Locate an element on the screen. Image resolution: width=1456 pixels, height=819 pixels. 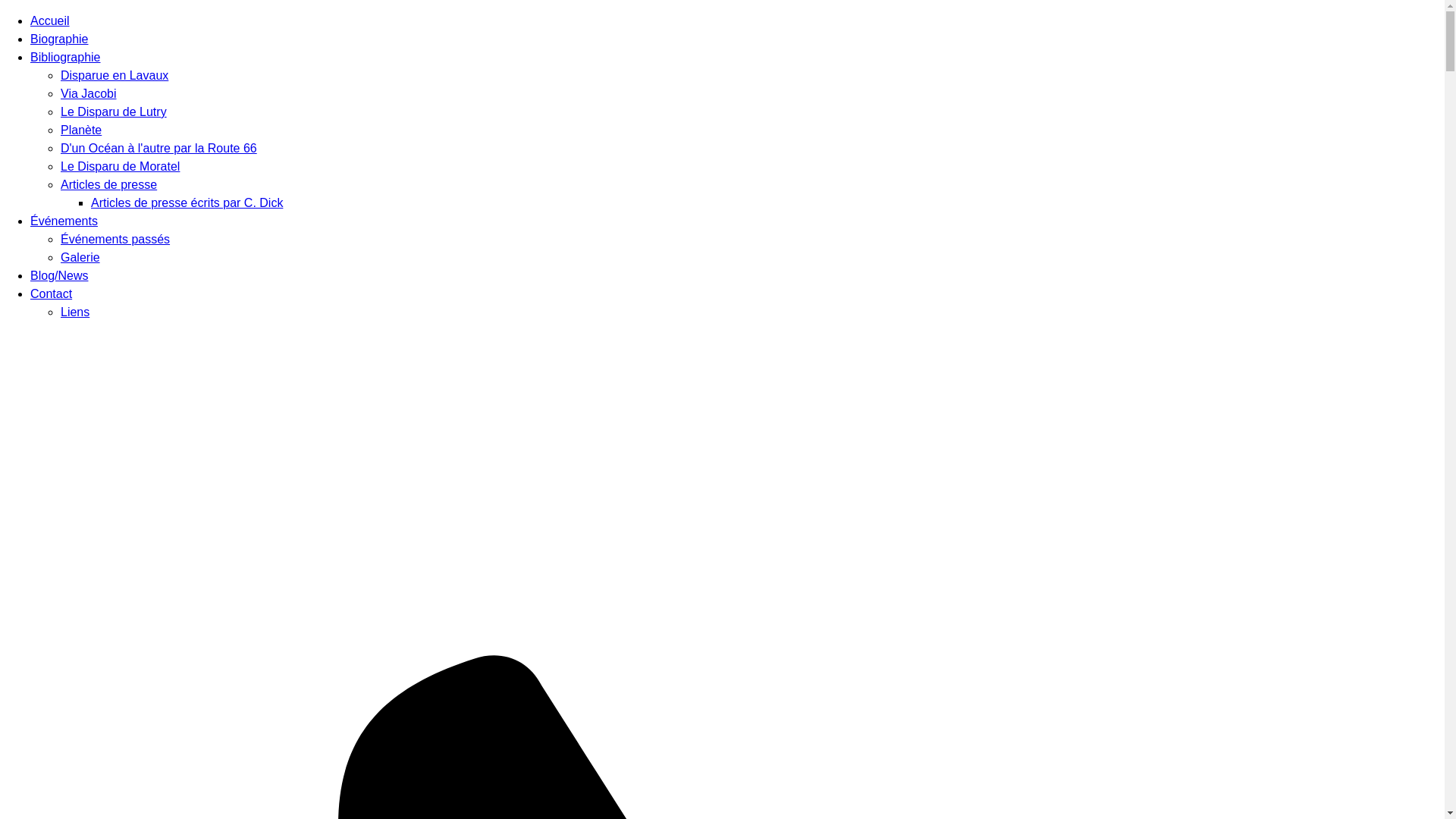
'Blog/News' is located at coordinates (30, 275).